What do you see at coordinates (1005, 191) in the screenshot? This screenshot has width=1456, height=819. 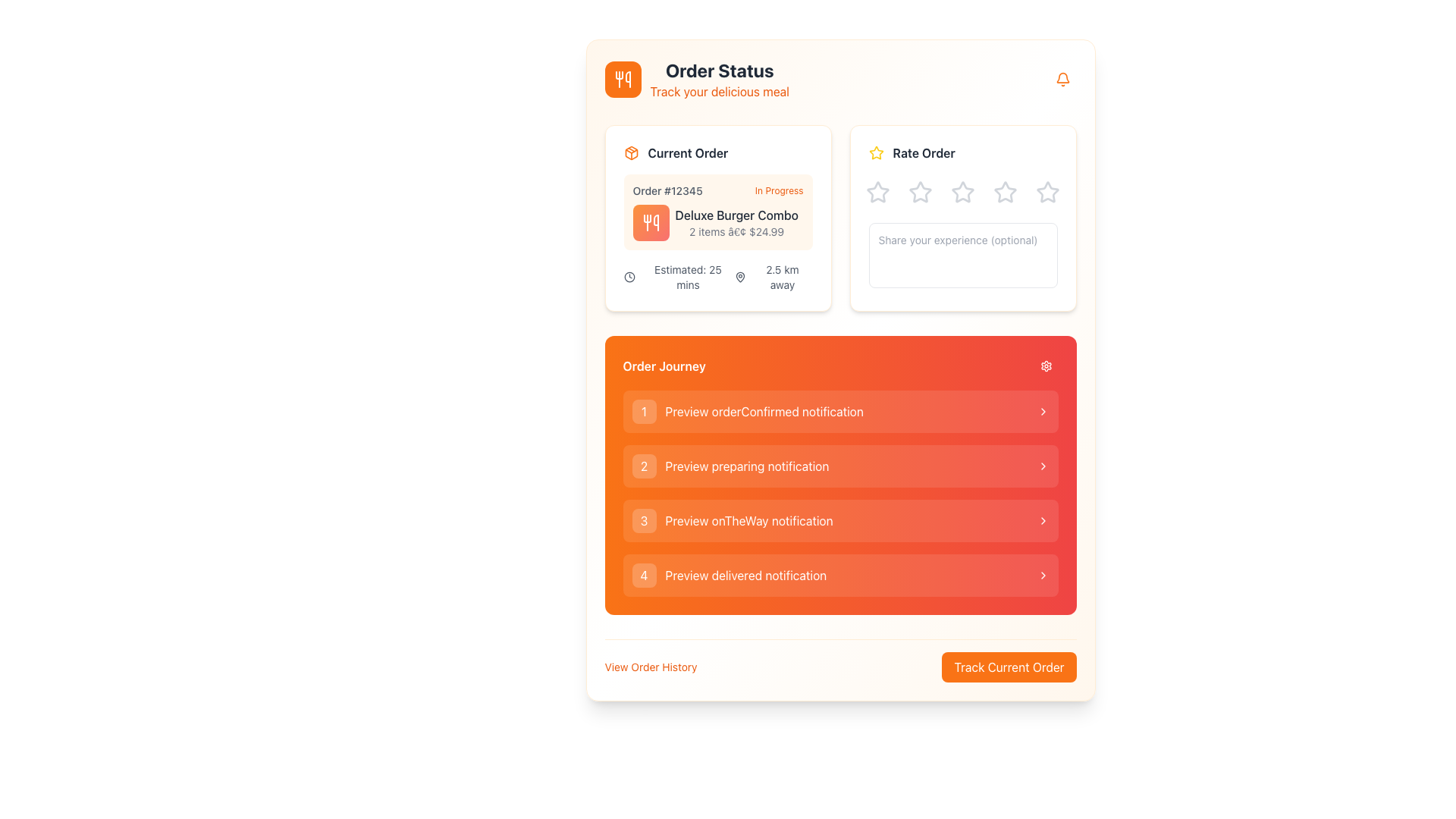 I see `the third rating star in the 'Rate Order' section to provide visual feedback` at bounding box center [1005, 191].